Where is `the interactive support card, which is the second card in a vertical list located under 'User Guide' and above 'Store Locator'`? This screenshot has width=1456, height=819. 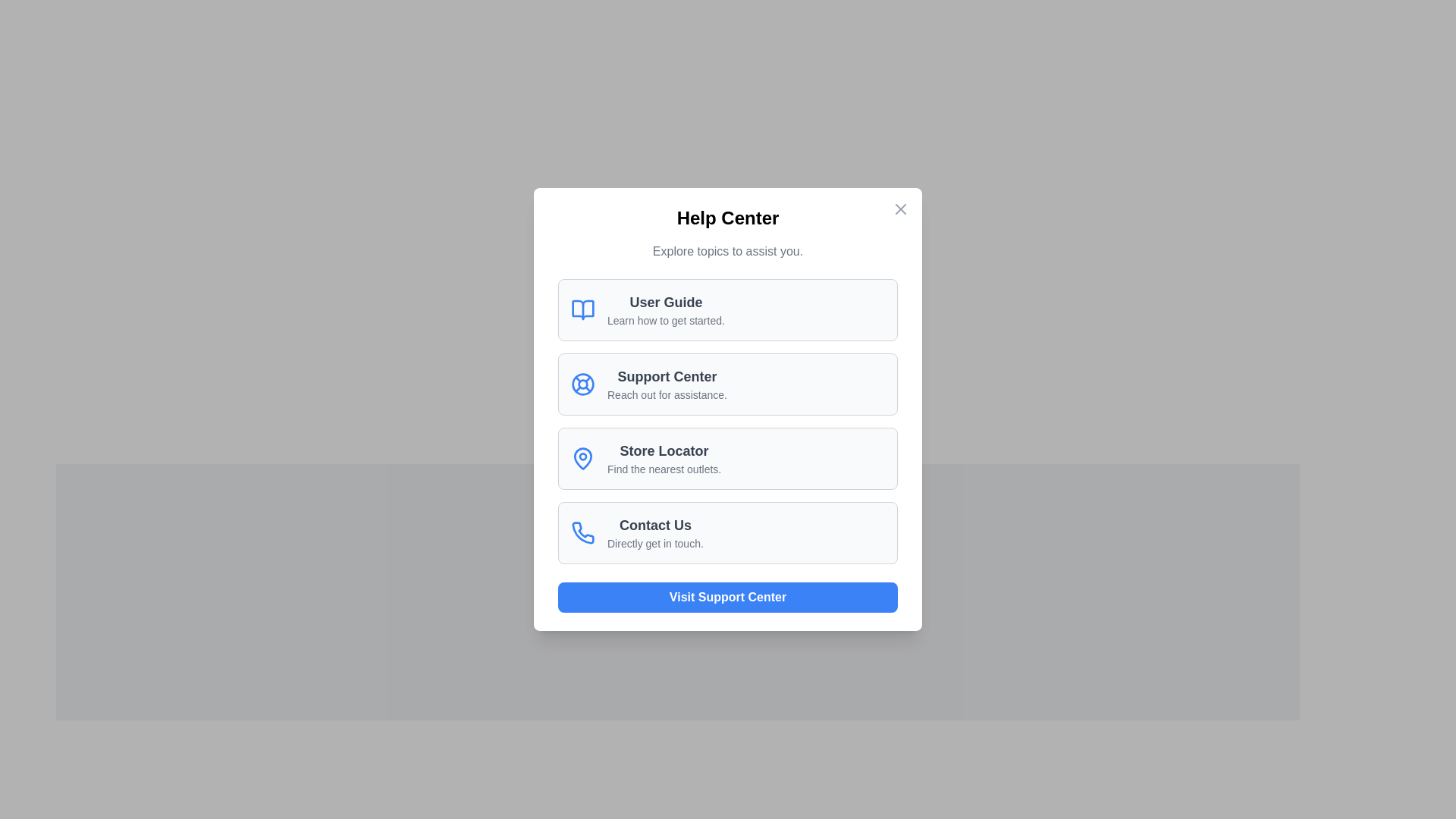 the interactive support card, which is the second card in a vertical list located under 'User Guide' and above 'Store Locator' is located at coordinates (728, 383).